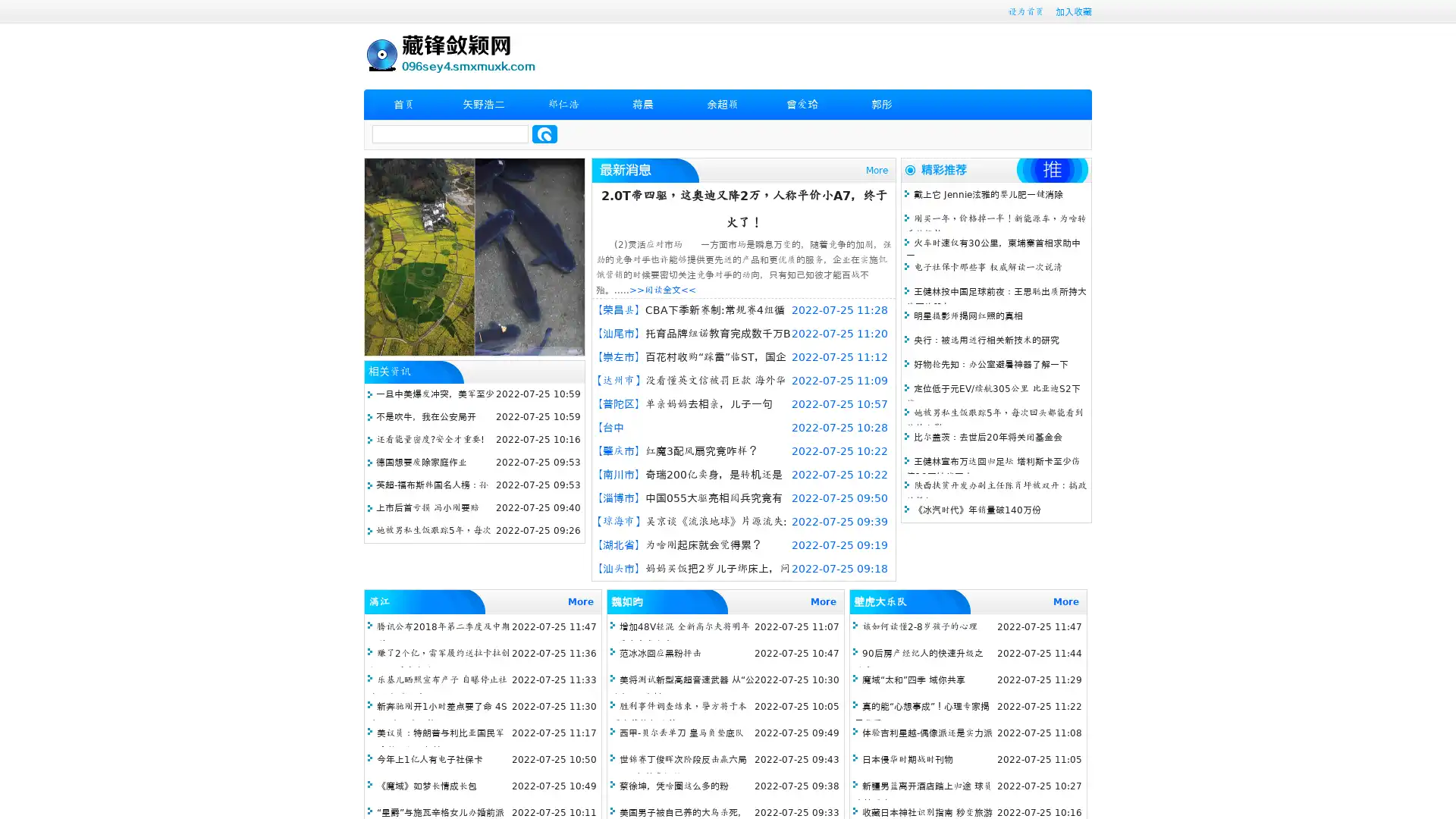 The width and height of the screenshot is (1456, 819). Describe the element at coordinates (544, 133) in the screenshot. I see `Search` at that location.